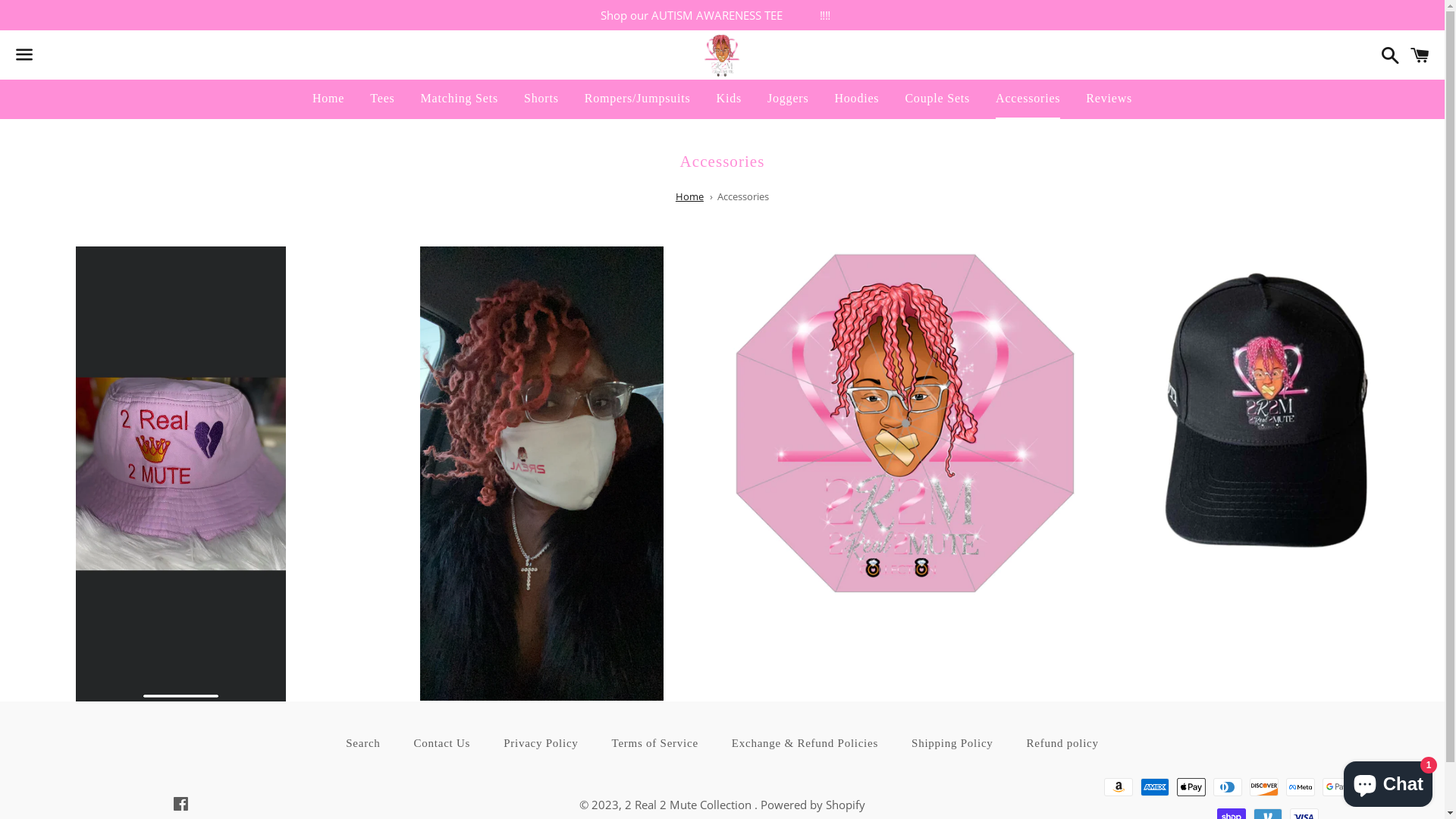 This screenshot has height=819, width=1456. I want to click on '2 Real 2 Mute Collection', so click(625, 803).